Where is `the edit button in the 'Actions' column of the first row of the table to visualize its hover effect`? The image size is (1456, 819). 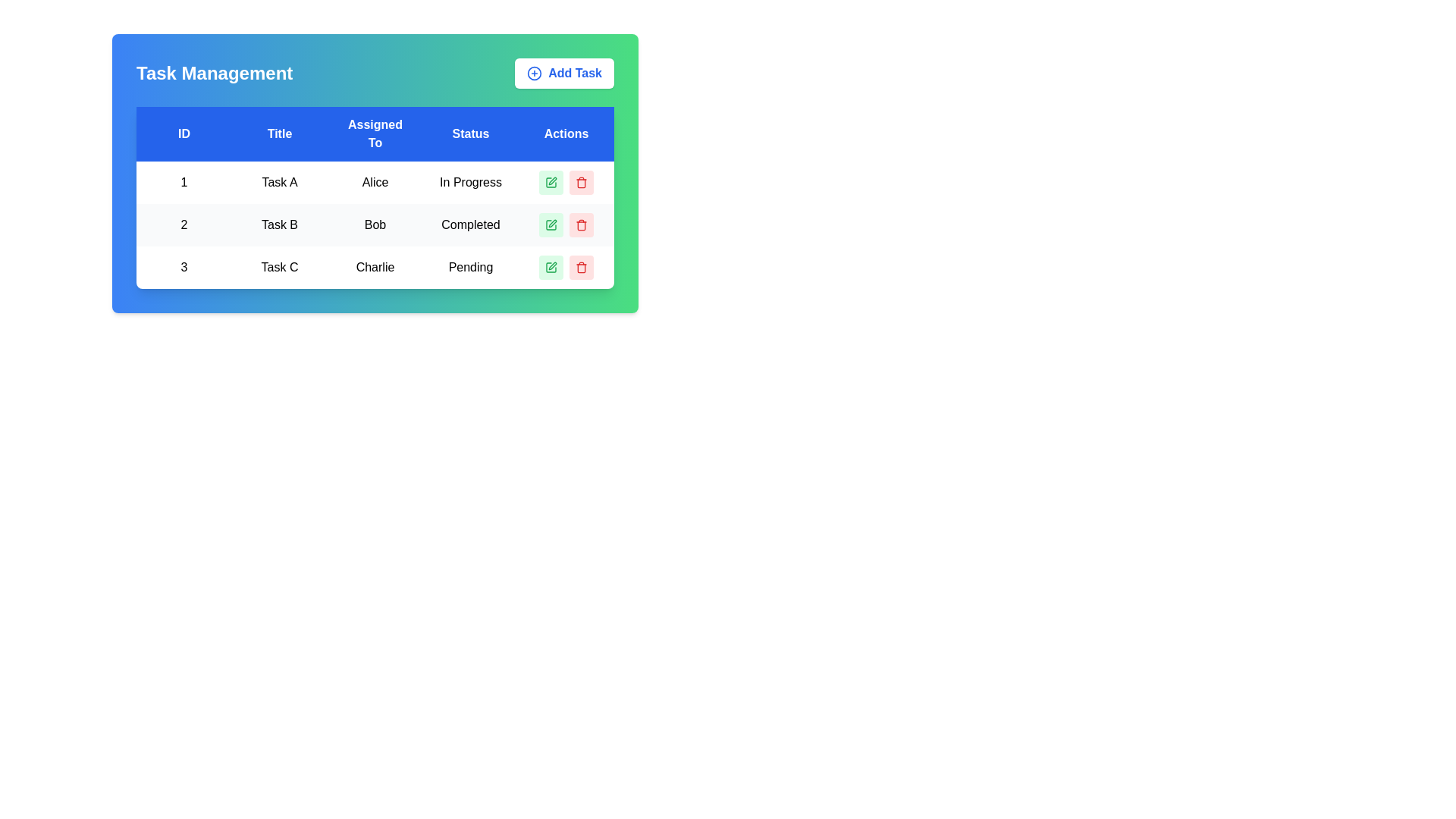 the edit button in the 'Actions' column of the first row of the table to visualize its hover effect is located at coordinates (550, 181).